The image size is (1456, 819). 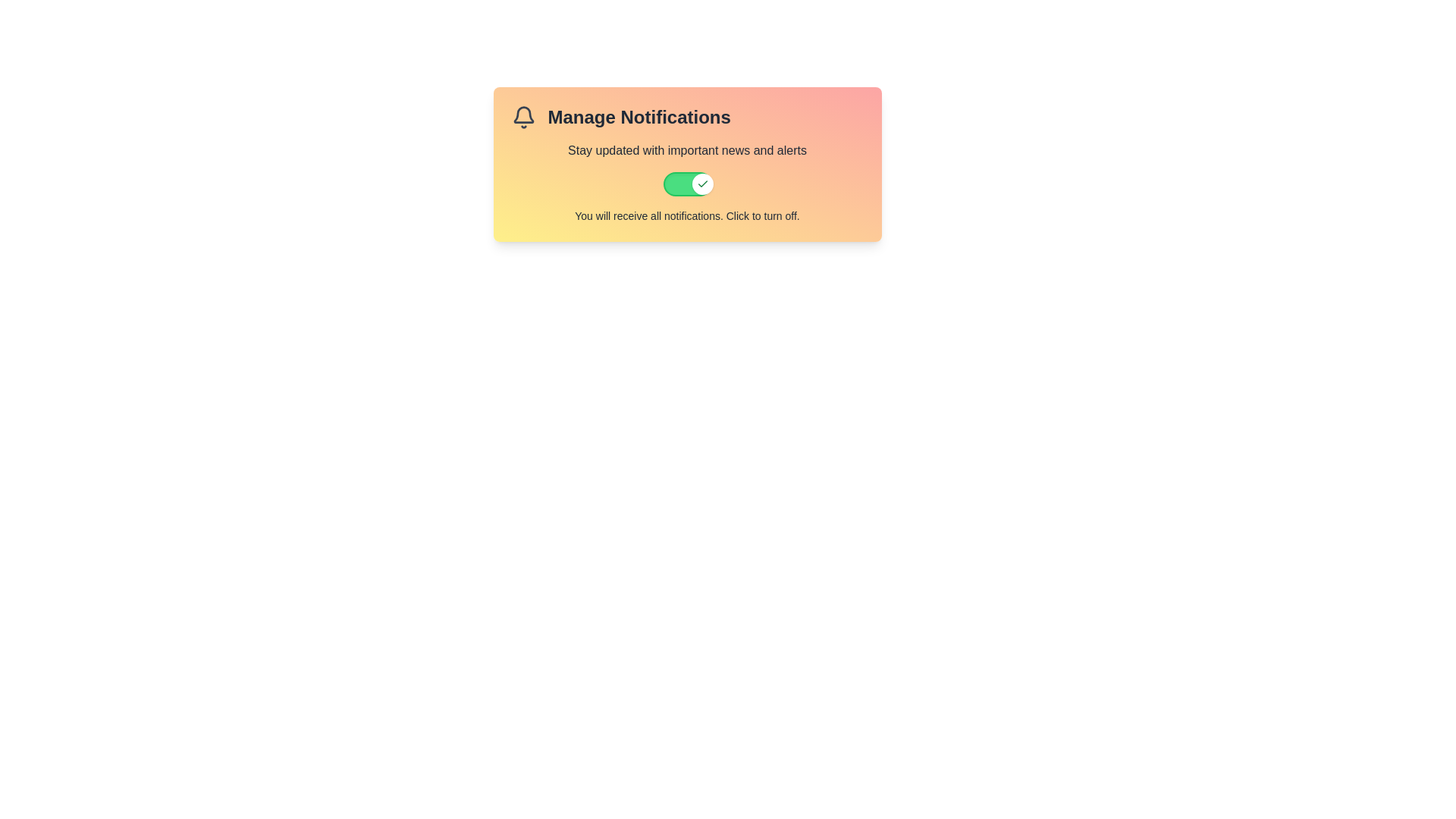 What do you see at coordinates (639, 116) in the screenshot?
I see `the 'Manage Notifications' header text, which is styled in bold and enlarged font, located on the notification management card to the right of the bell icon` at bounding box center [639, 116].